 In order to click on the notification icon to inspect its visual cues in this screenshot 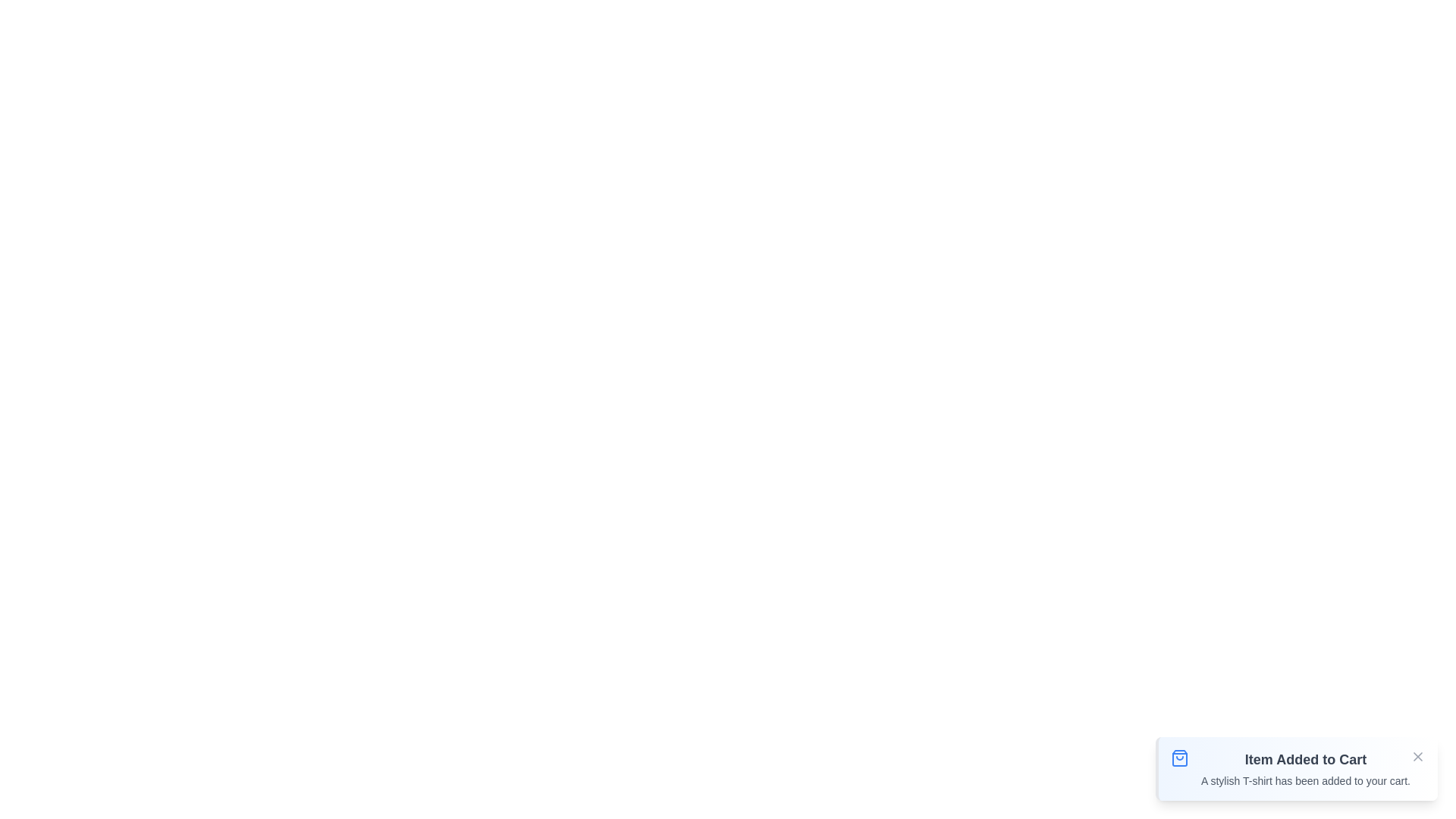, I will do `click(1178, 758)`.